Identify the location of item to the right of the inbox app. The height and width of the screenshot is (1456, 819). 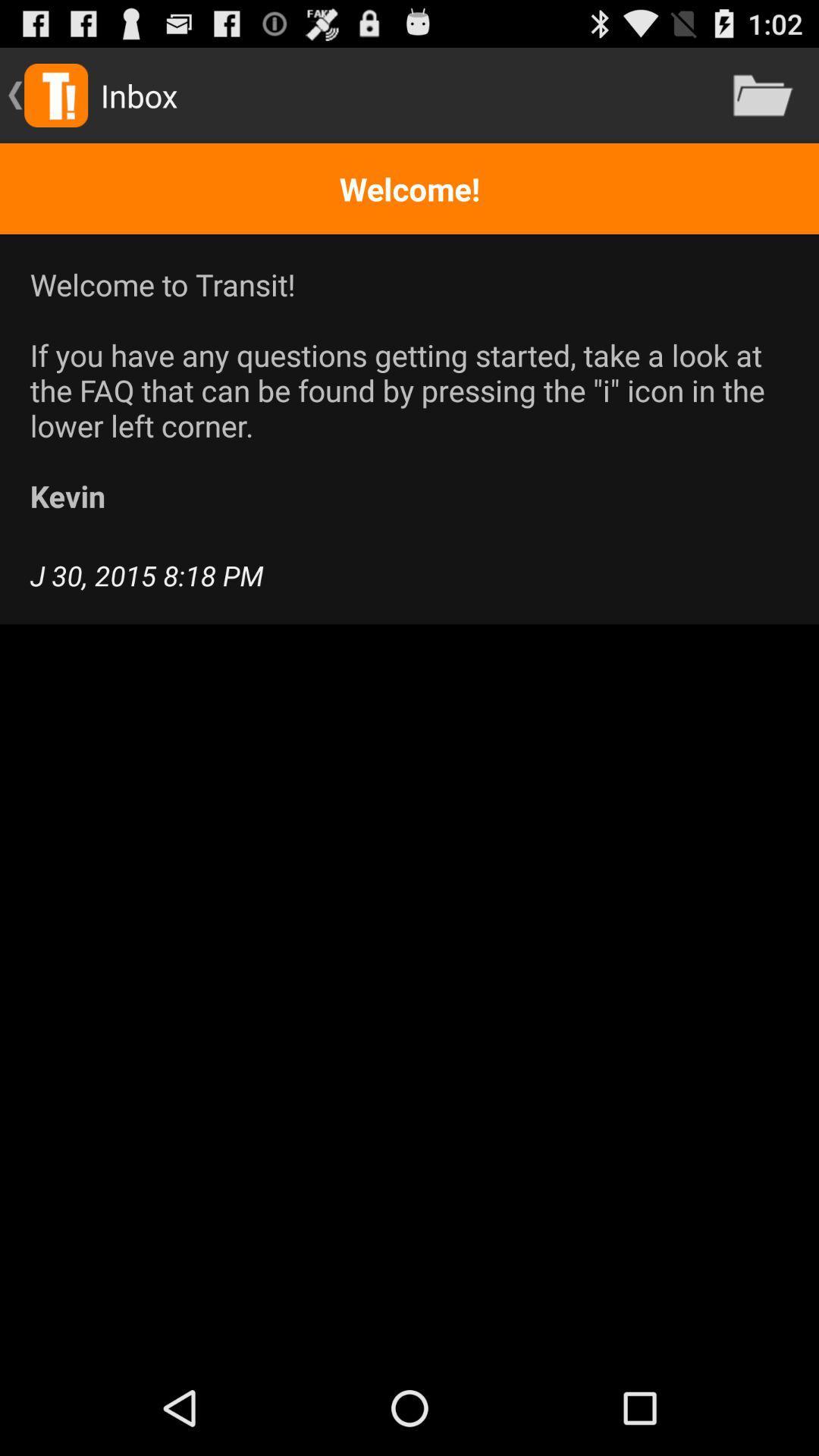
(763, 94).